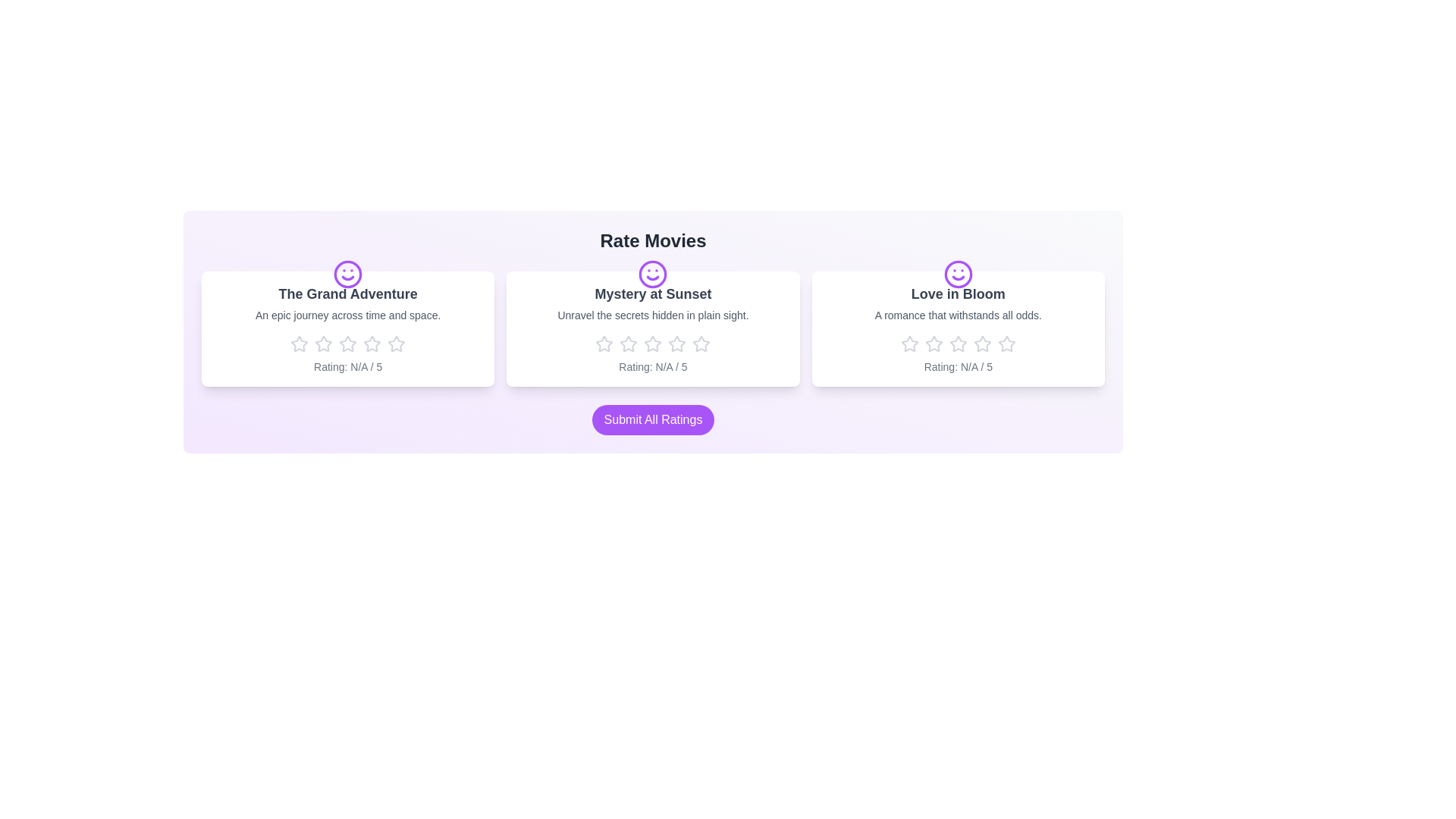  What do you see at coordinates (653, 420) in the screenshot?
I see `the 'Submit All Ratings' button to submit the ratings` at bounding box center [653, 420].